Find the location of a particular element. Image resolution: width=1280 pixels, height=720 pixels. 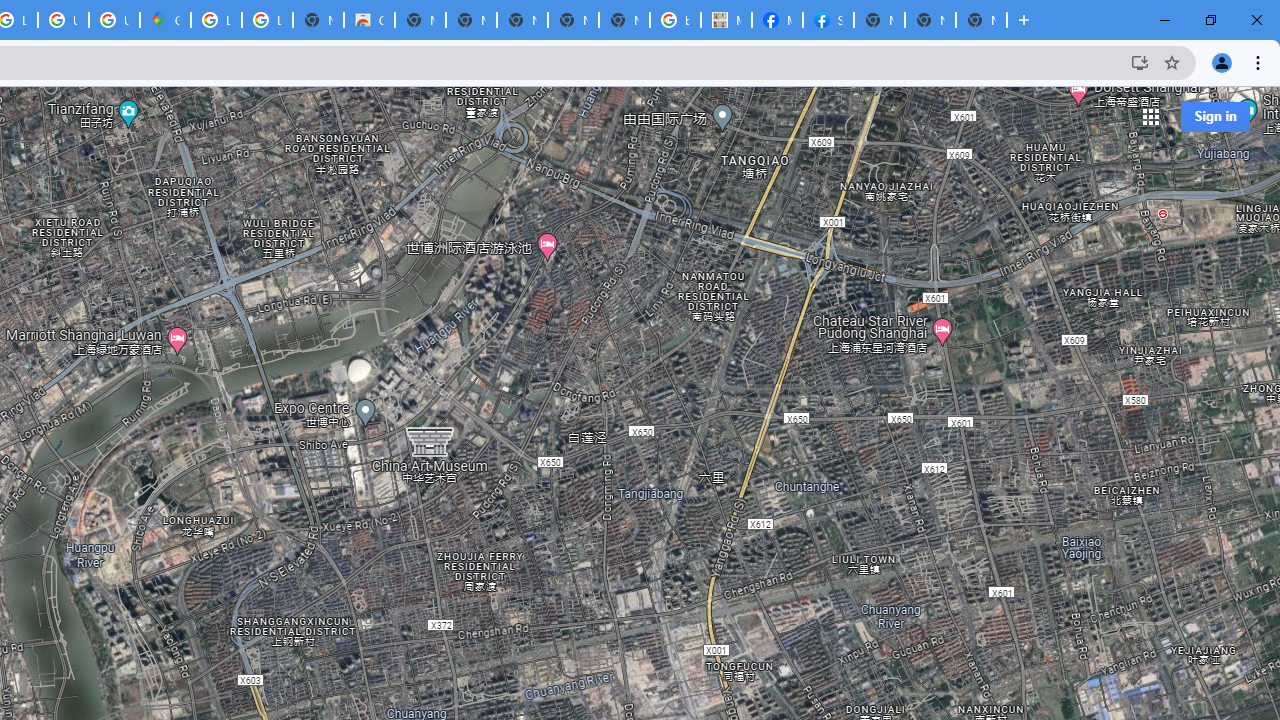

'Chrome Web Store' is located at coordinates (369, 20).